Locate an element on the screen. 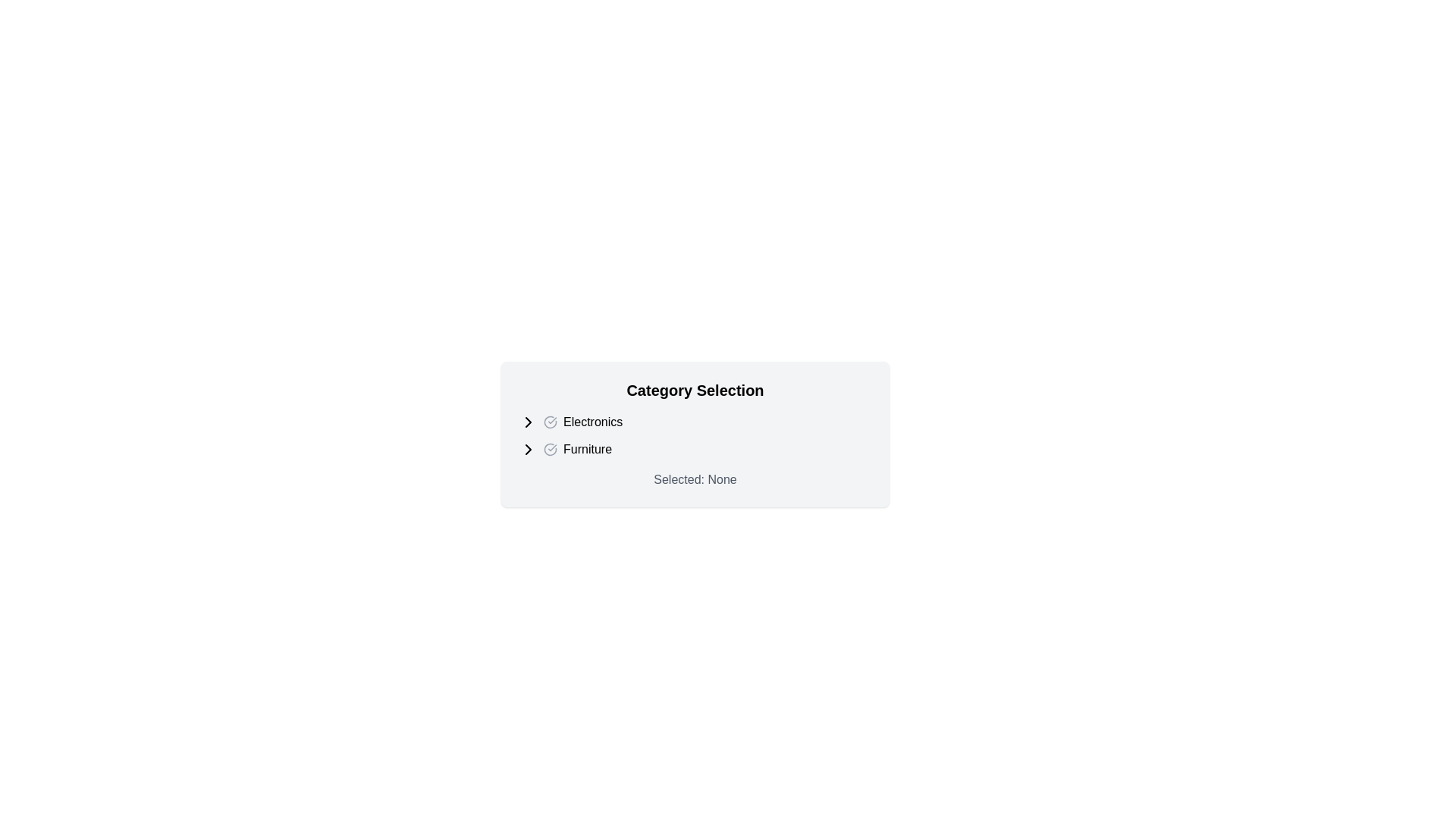  the 'Electronics' list item, which is the first item in the 'Category Selection' vertical list, featuring a bold font and a circular checkbox is located at coordinates (694, 422).